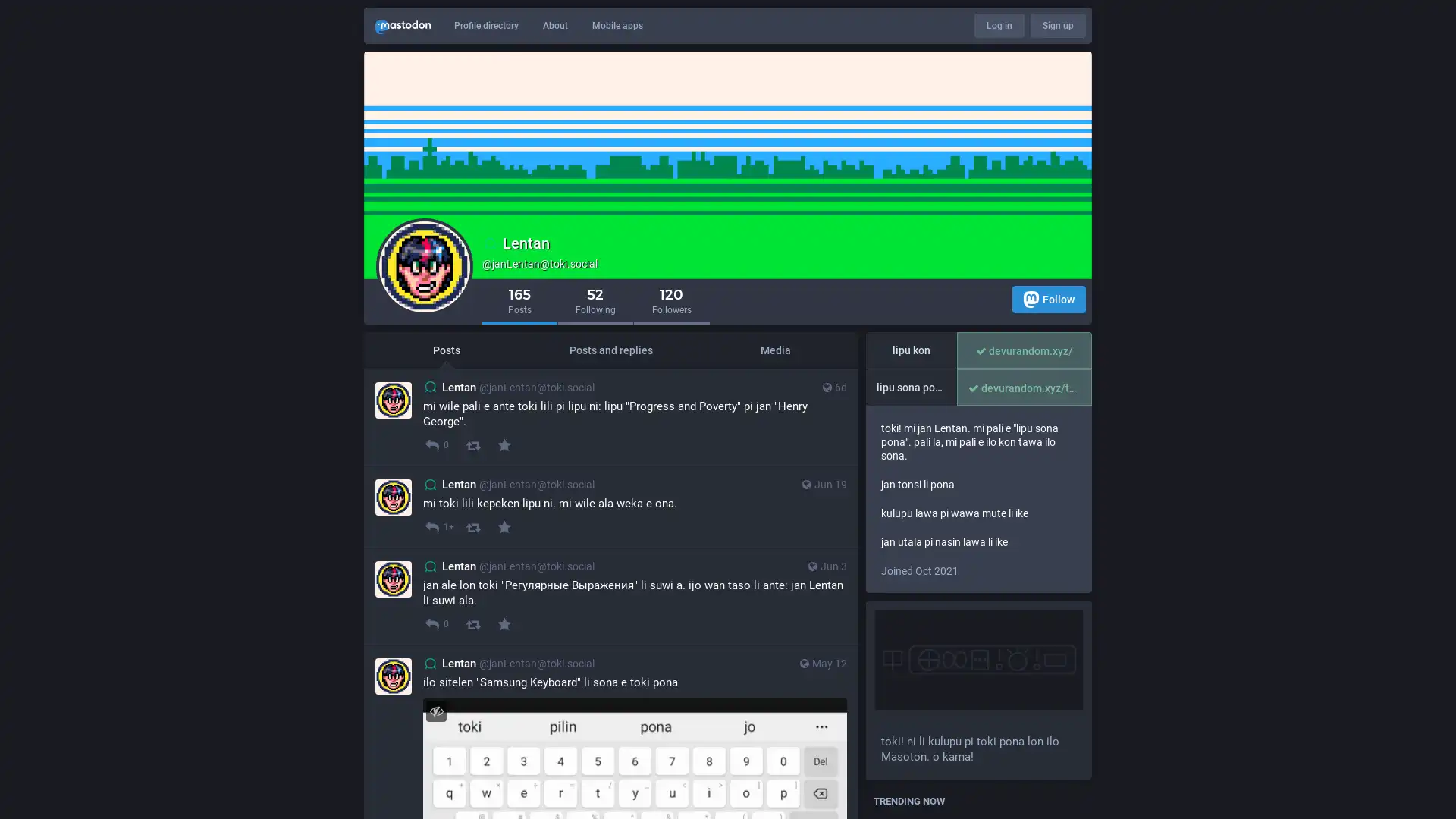 This screenshot has width=1456, height=819. What do you see at coordinates (435, 711) in the screenshot?
I see `Hide image` at bounding box center [435, 711].